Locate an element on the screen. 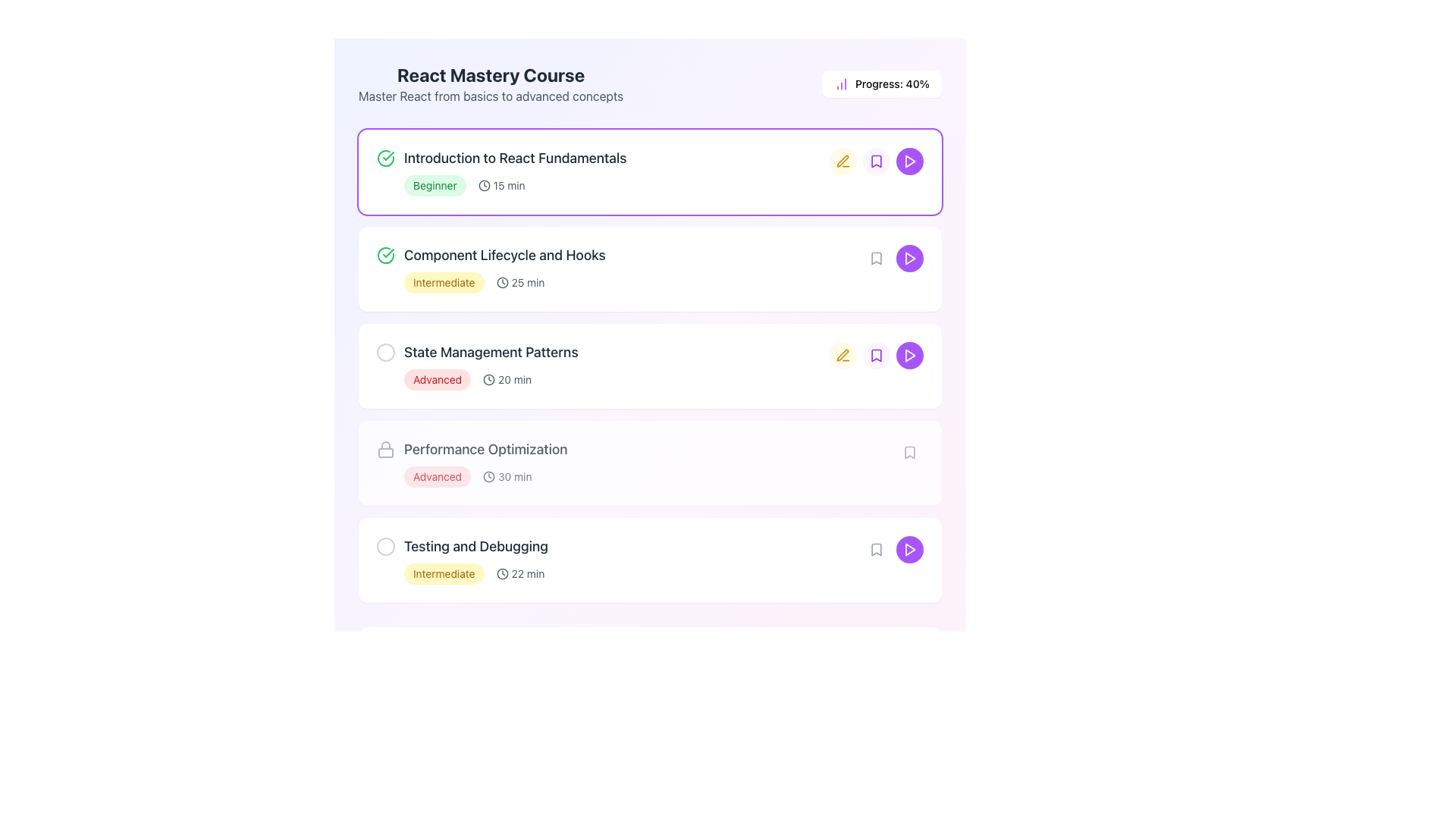 The height and width of the screenshot is (819, 1456). the Label displaying a time duration of '25 min', which is styled in smaller dark gray text and located to the right of a yellow badge labeled 'Intermediate' is located at coordinates (520, 283).